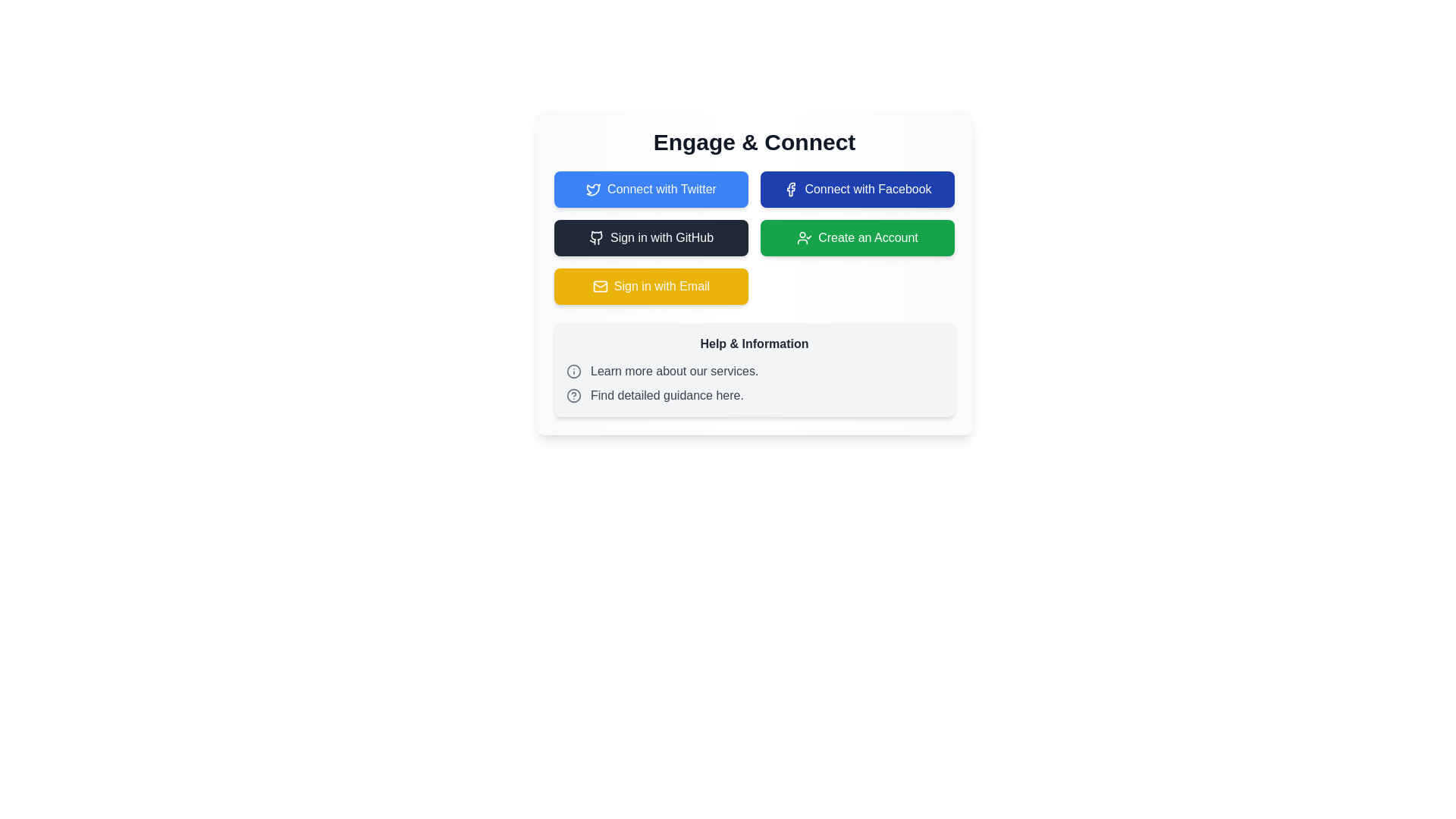 The image size is (1456, 819). Describe the element at coordinates (573, 371) in the screenshot. I see `decorative SVG circle element located within the 'Help & Information' section of the interface by clicking on its center point` at that location.